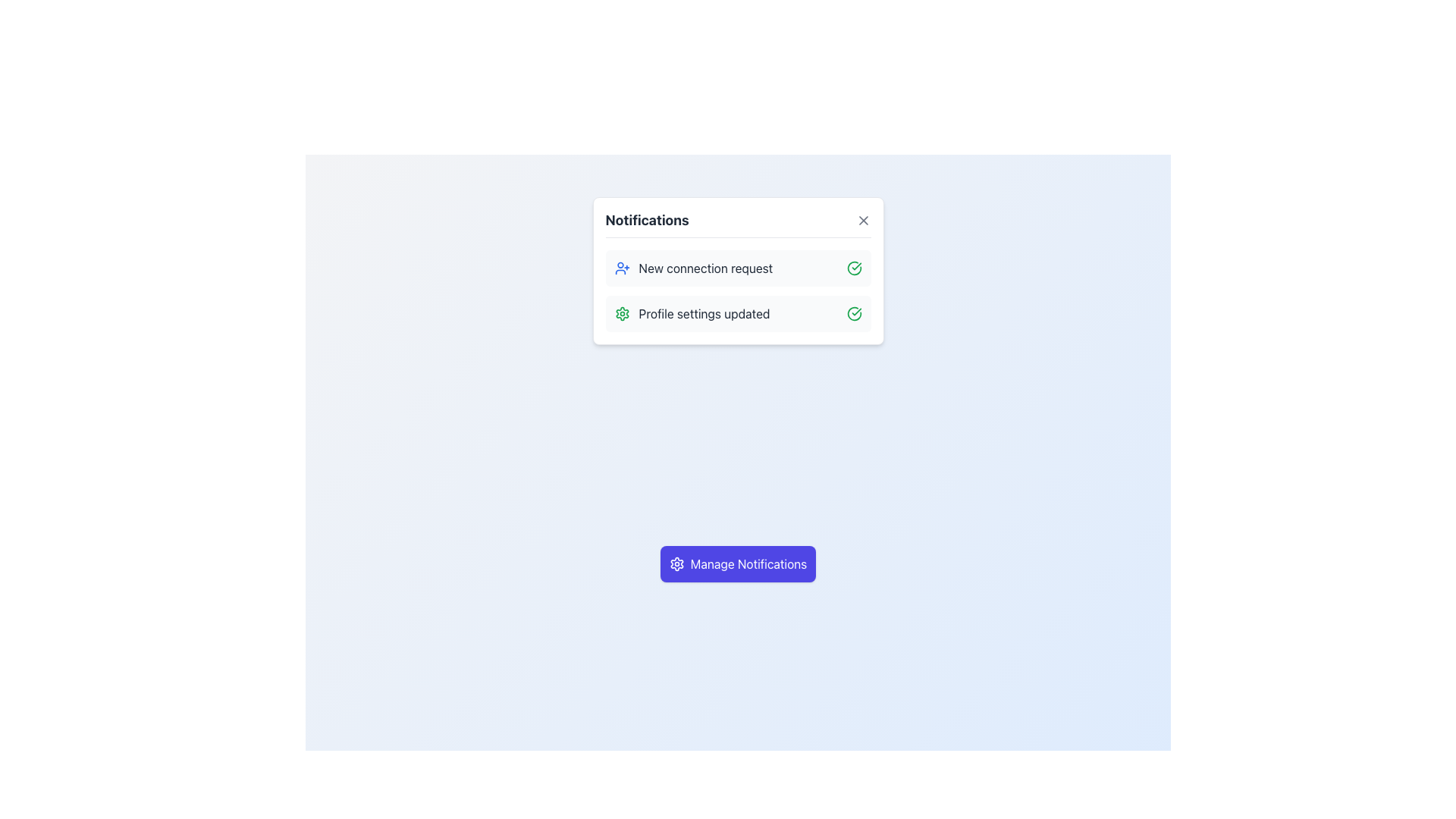  I want to click on the blue user profile icon with a plus symbol located on the left side of the 'New connection request' notification, so click(622, 268).